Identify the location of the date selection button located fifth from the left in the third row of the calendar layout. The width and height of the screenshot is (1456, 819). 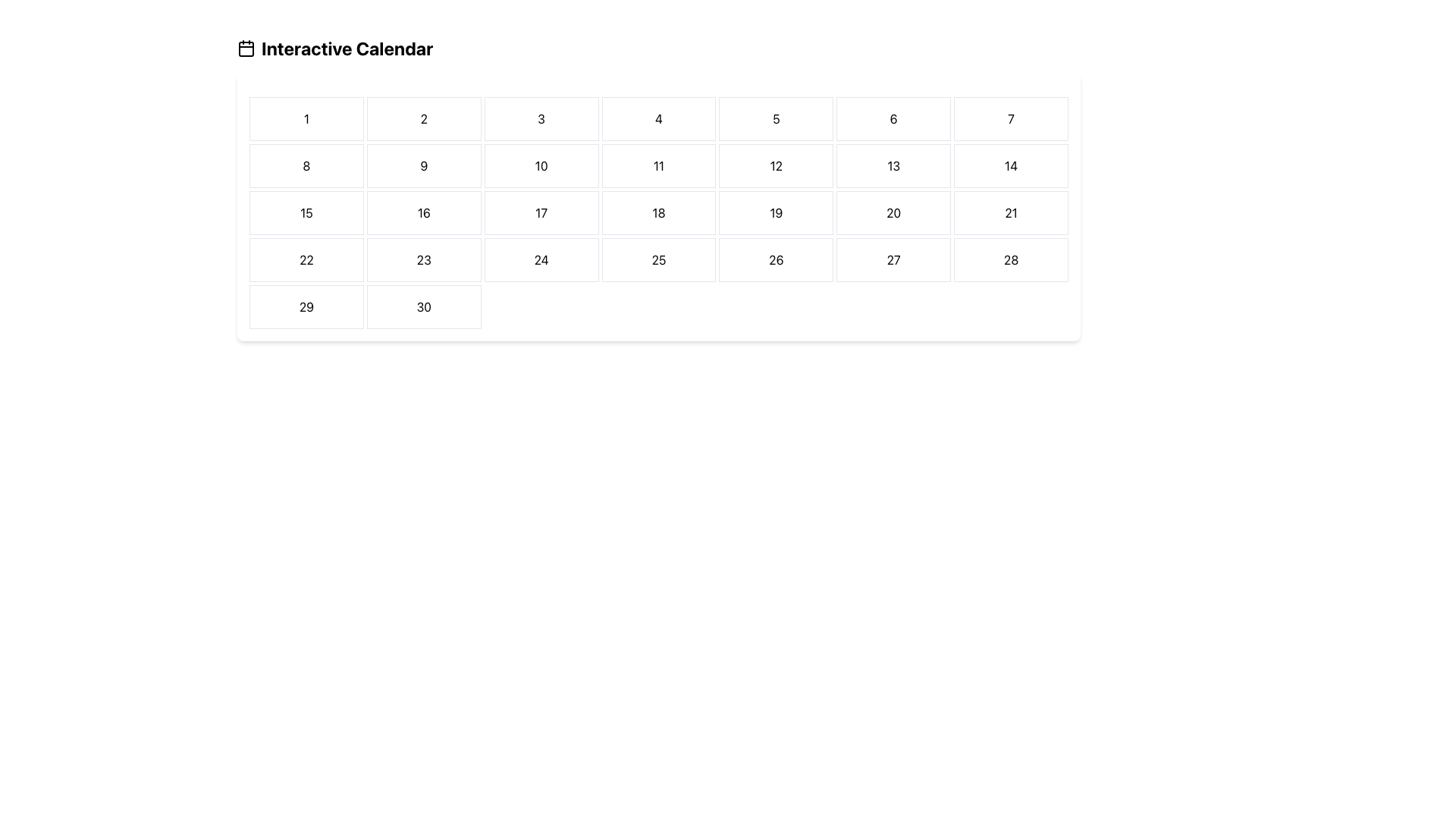
(893, 213).